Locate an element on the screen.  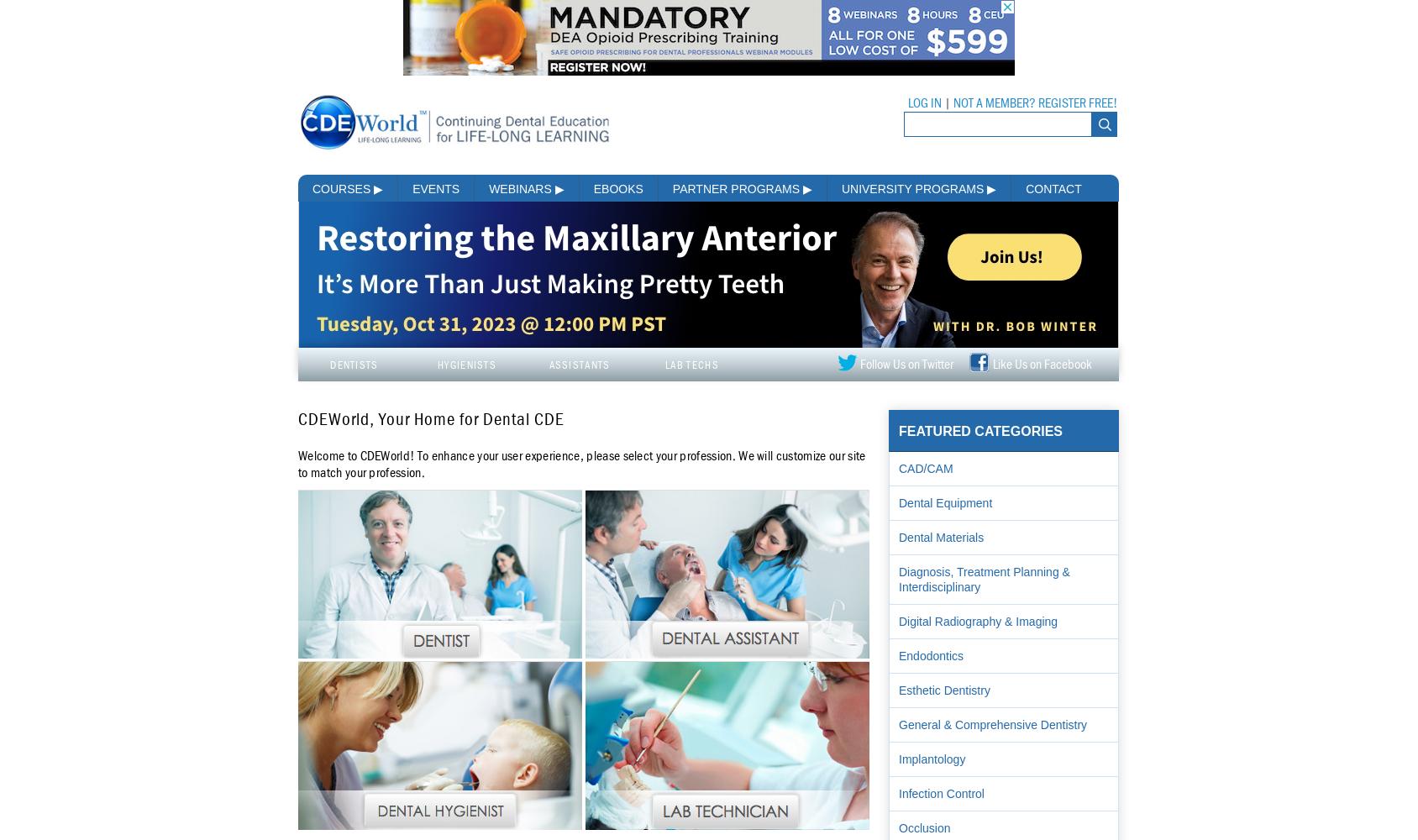
'CAD/CAM' is located at coordinates (924, 468).